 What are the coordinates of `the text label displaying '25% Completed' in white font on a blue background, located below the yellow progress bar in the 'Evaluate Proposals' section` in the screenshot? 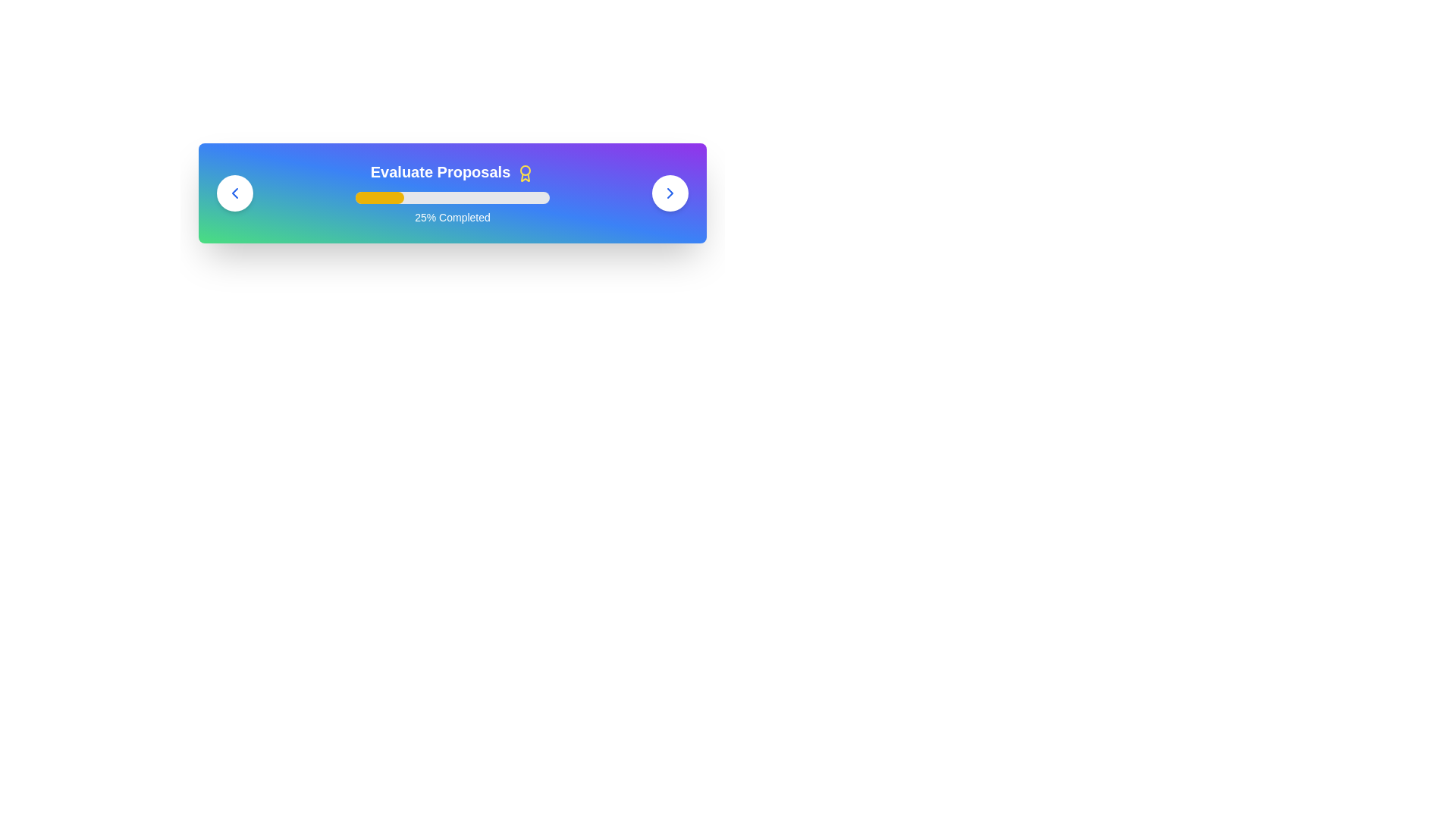 It's located at (451, 217).